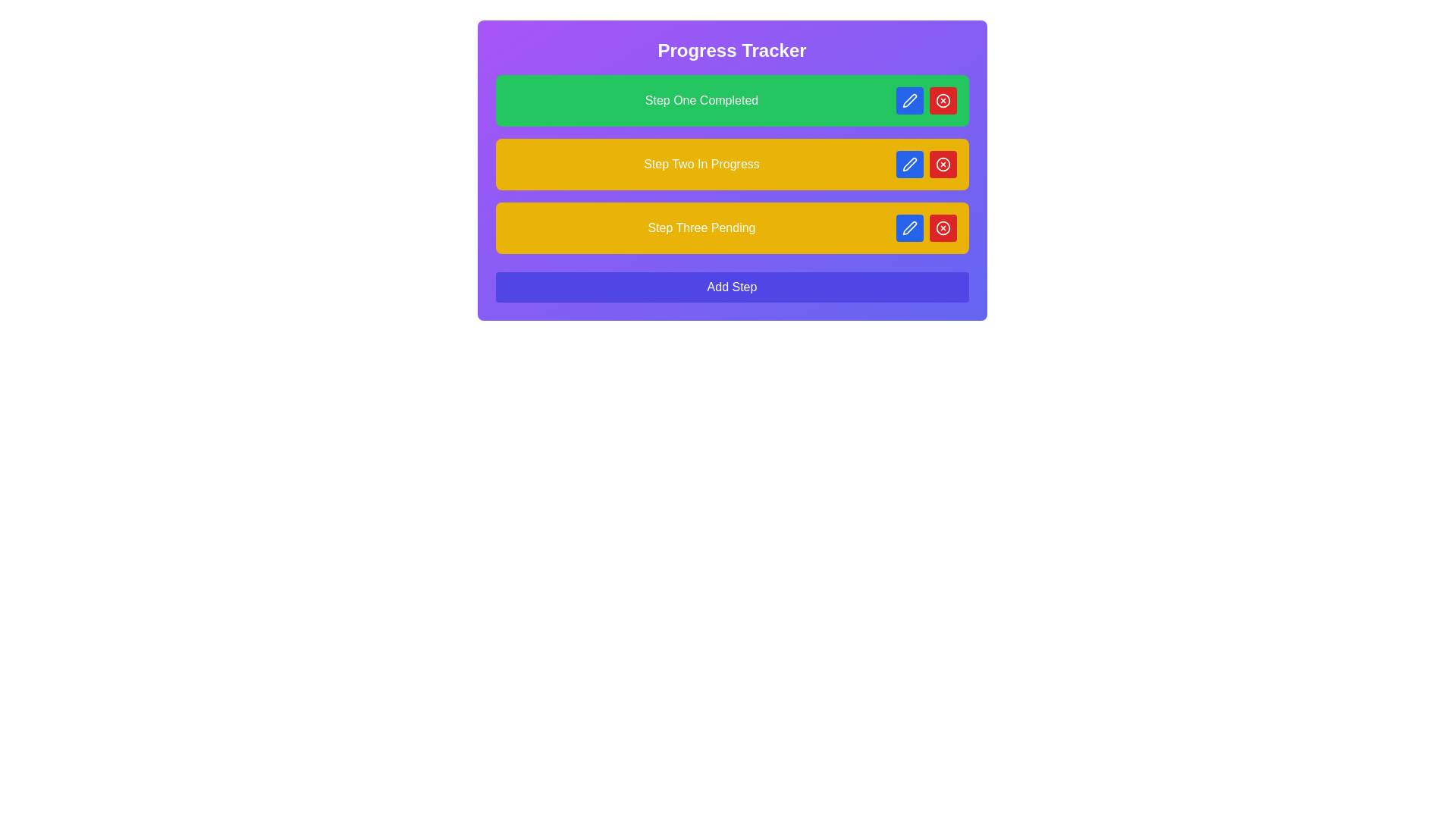 The width and height of the screenshot is (1456, 819). What do you see at coordinates (732, 49) in the screenshot?
I see `the 'Progress Tracker' text heading, which is styled with a purple background and white text, located at the top of the interface` at bounding box center [732, 49].